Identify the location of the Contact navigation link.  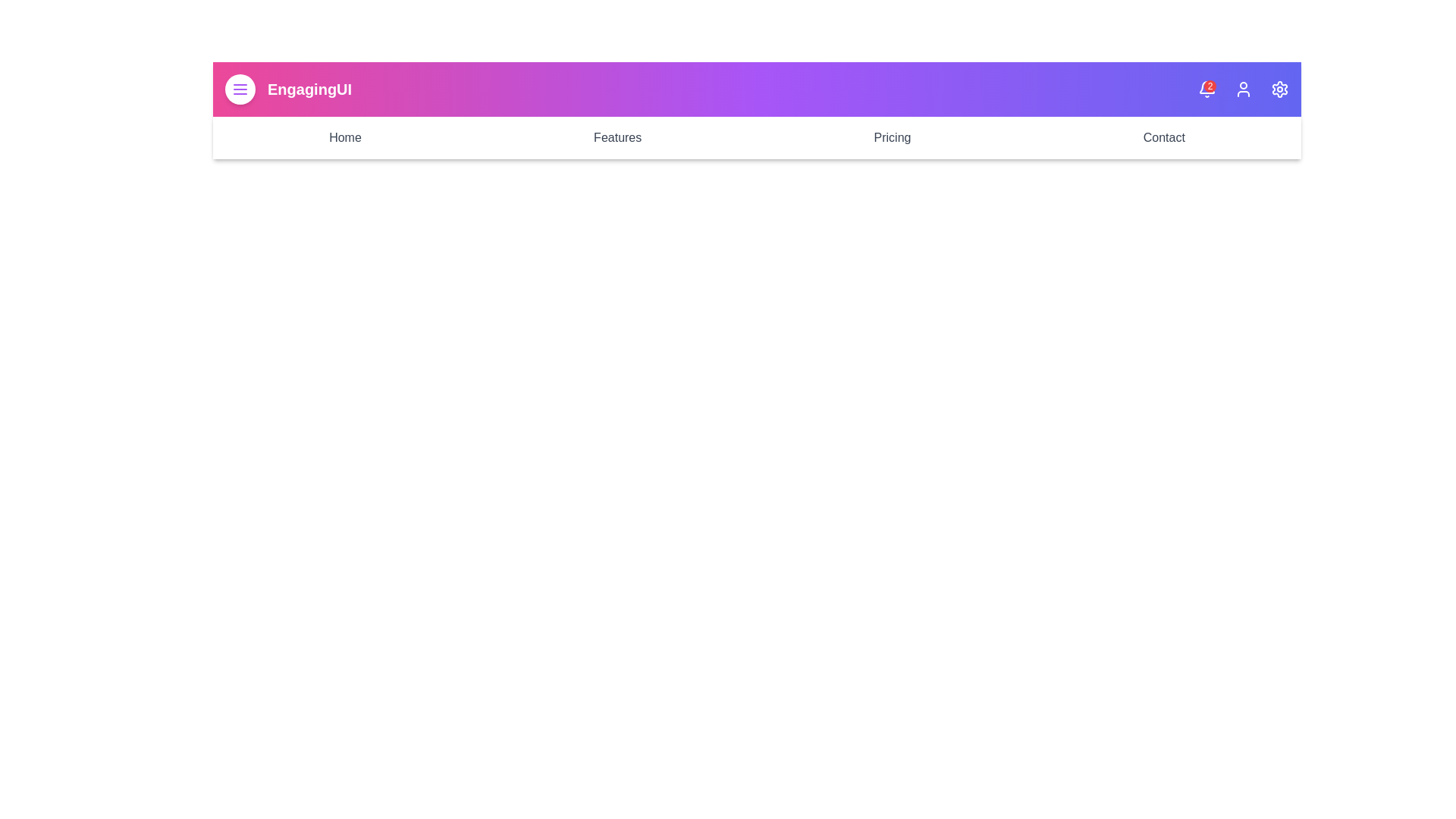
(1163, 137).